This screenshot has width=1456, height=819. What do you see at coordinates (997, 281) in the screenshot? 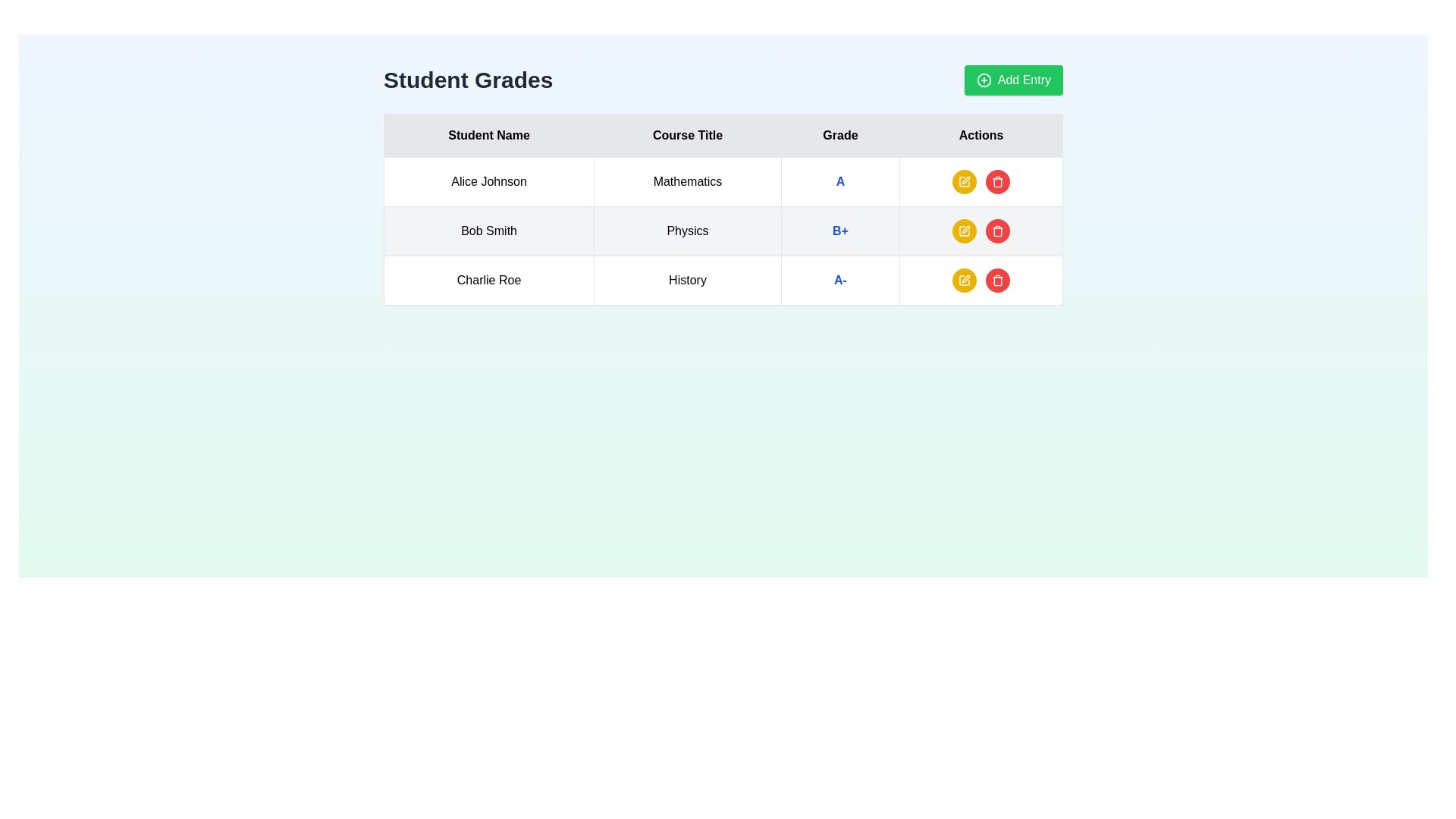
I see `the trash can icon button with a red circular background located in the 'Actions' column of the table, specifically for the entry of 'Charlie Roe' under 'History', to initiate deletion` at bounding box center [997, 281].